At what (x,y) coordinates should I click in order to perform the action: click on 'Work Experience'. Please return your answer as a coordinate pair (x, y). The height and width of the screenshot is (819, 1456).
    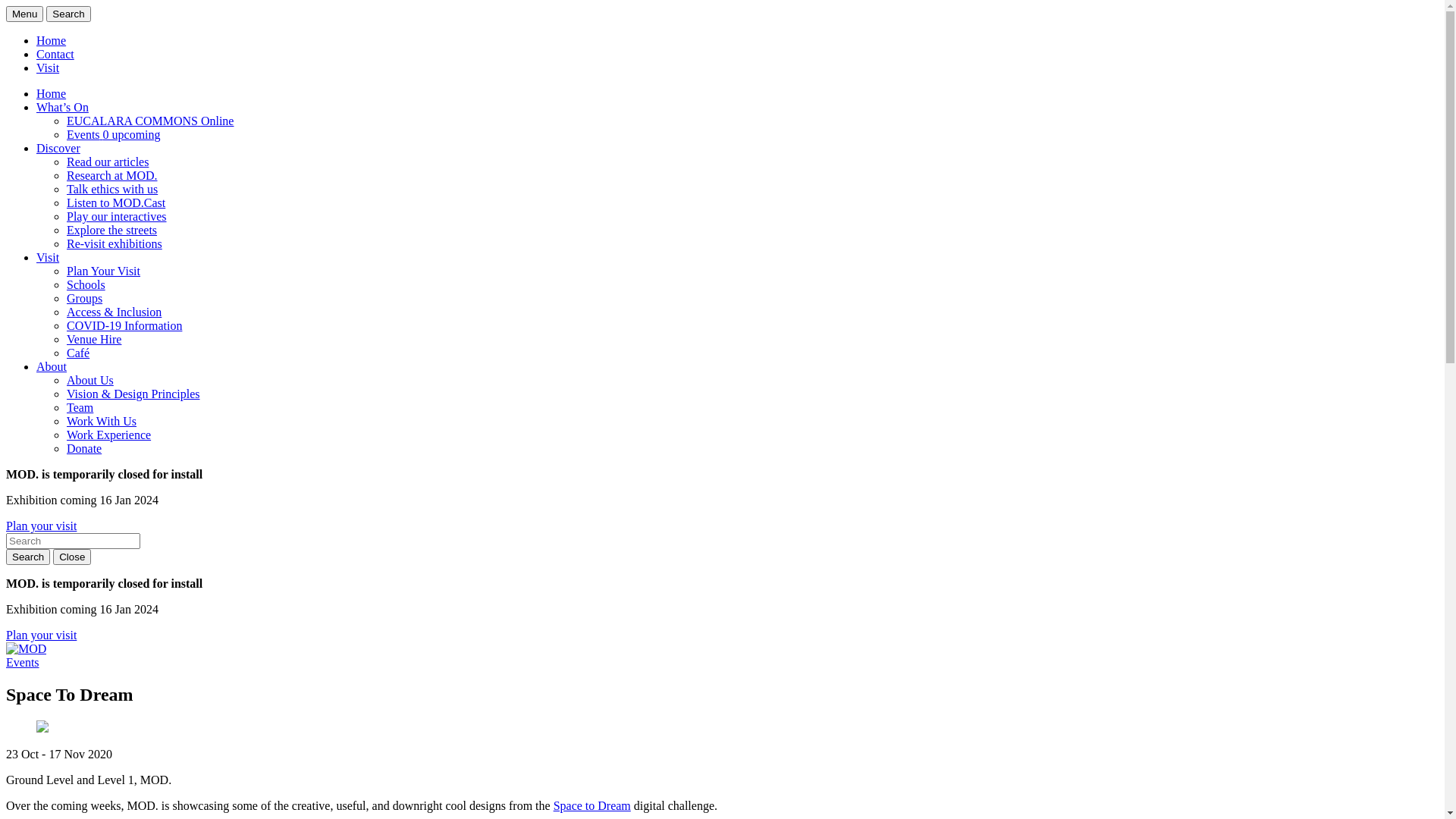
    Looking at the image, I should click on (108, 435).